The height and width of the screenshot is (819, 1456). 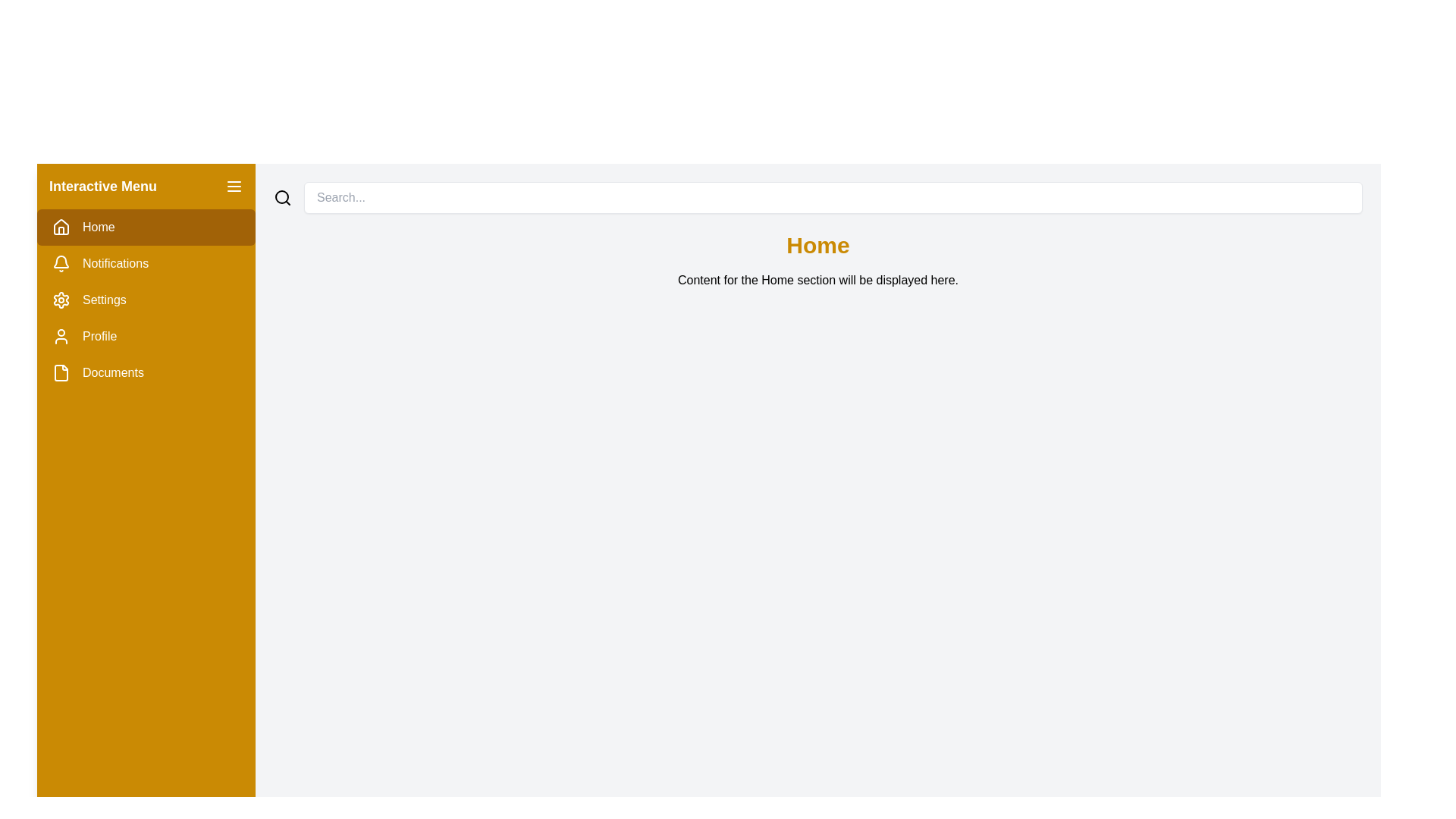 I want to click on the 'Settings' text label in the vertical navigation menu, so click(x=103, y=300).